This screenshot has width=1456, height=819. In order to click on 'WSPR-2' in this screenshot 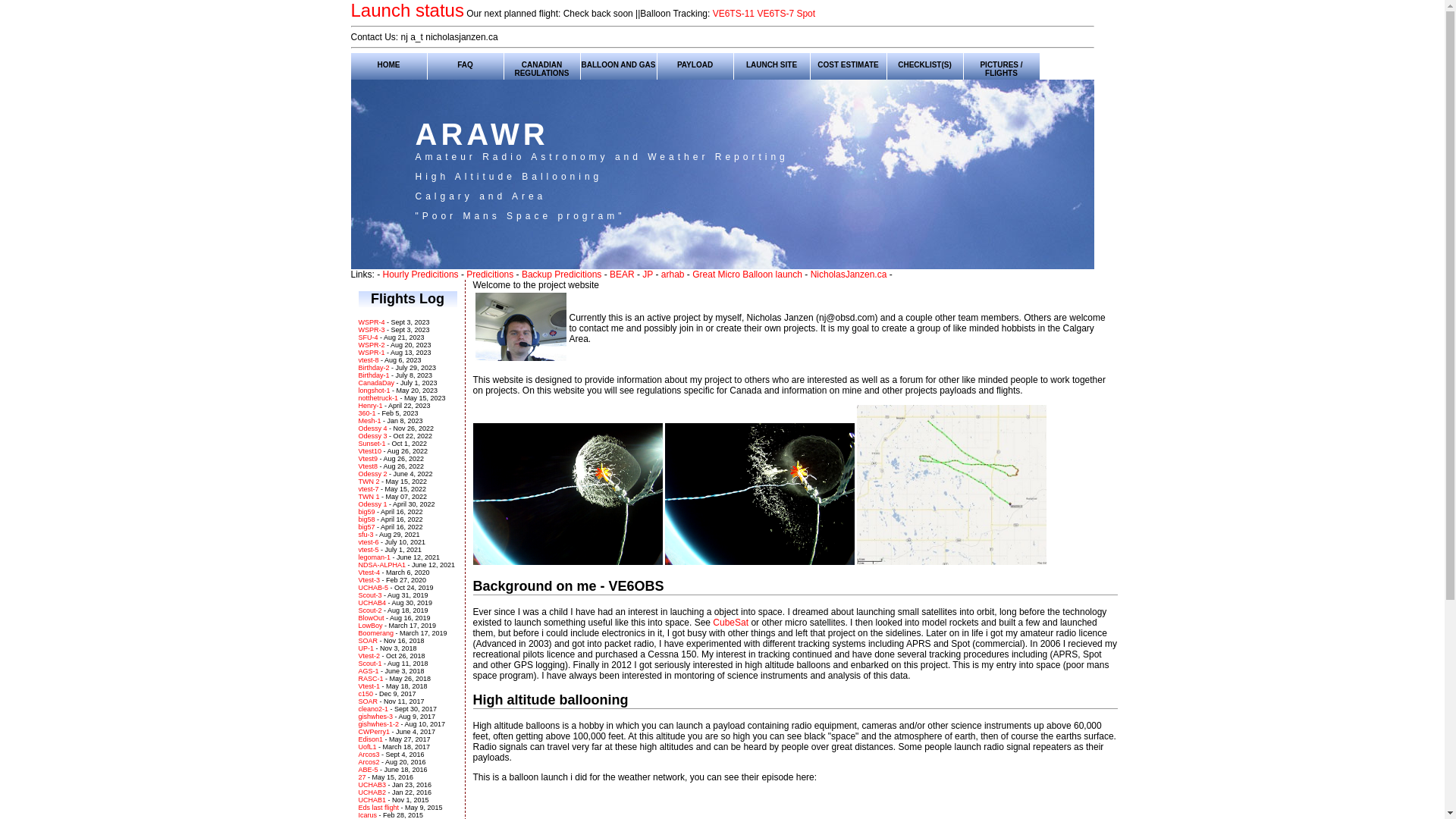, I will do `click(371, 345)`.